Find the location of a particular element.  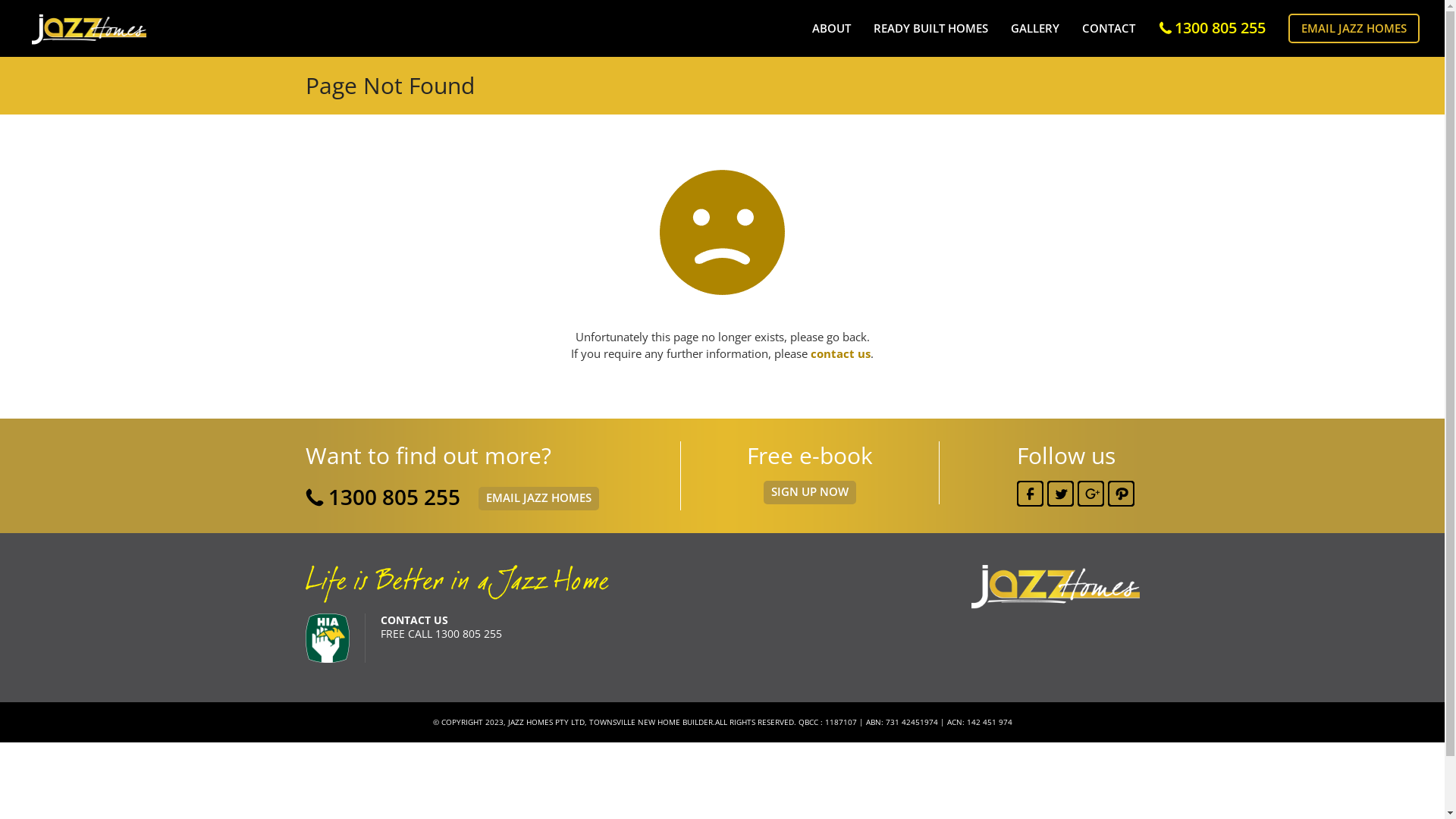

'EMAIL JAZZ HOMES' is located at coordinates (538, 498).